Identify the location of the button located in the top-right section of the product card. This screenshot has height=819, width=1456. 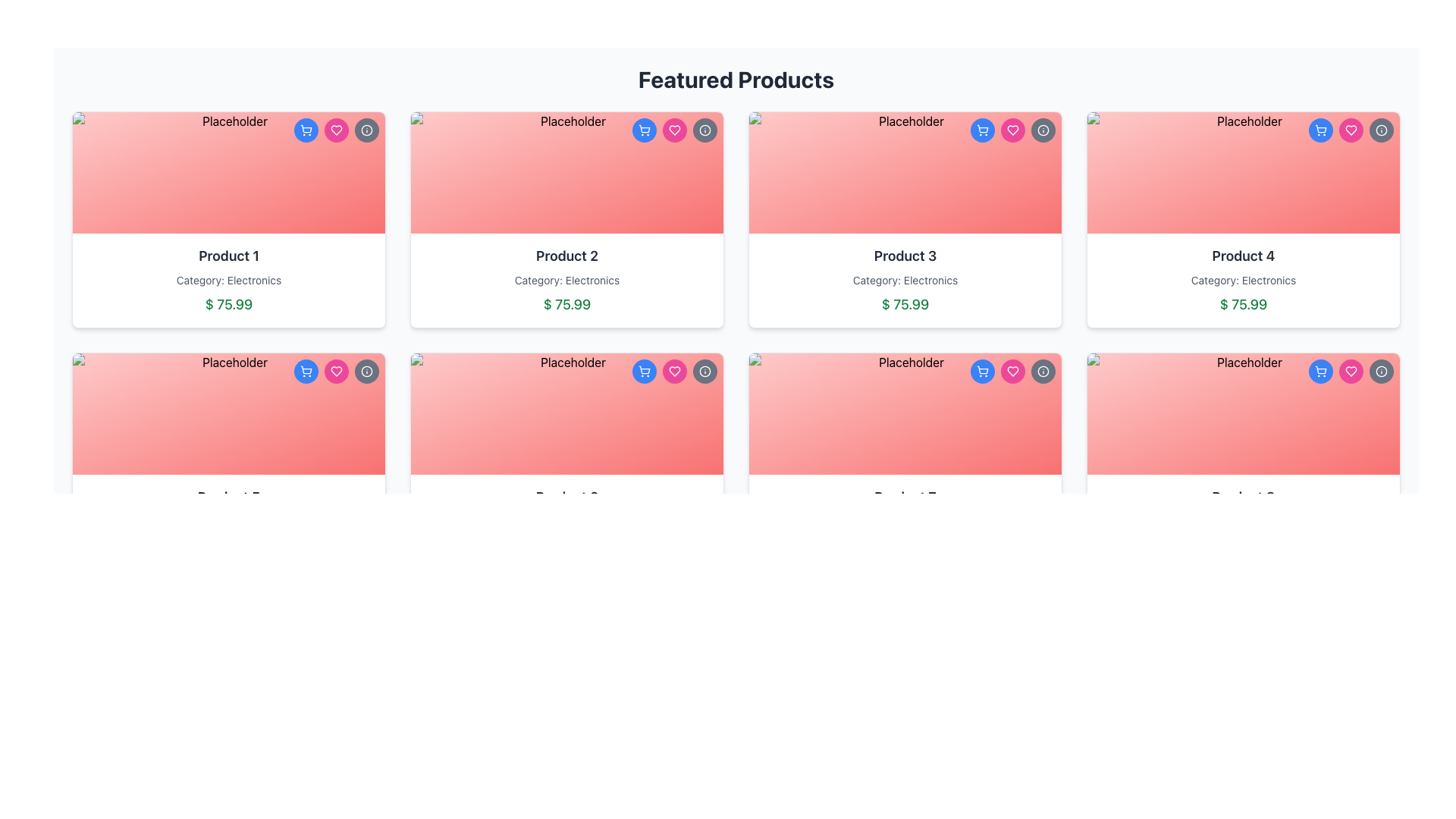
(644, 130).